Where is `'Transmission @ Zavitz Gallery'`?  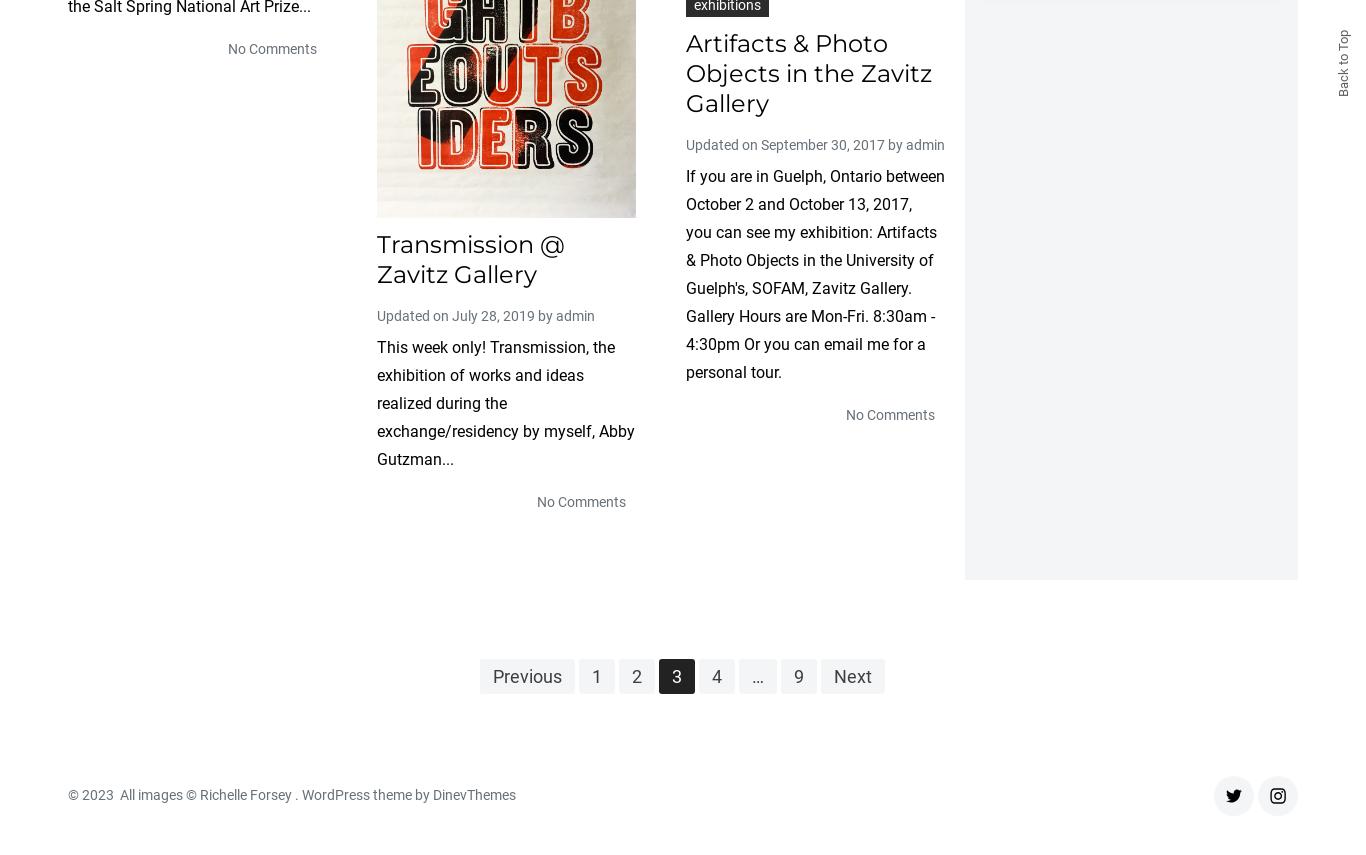
'Transmission @ Zavitz Gallery' is located at coordinates (470, 257).